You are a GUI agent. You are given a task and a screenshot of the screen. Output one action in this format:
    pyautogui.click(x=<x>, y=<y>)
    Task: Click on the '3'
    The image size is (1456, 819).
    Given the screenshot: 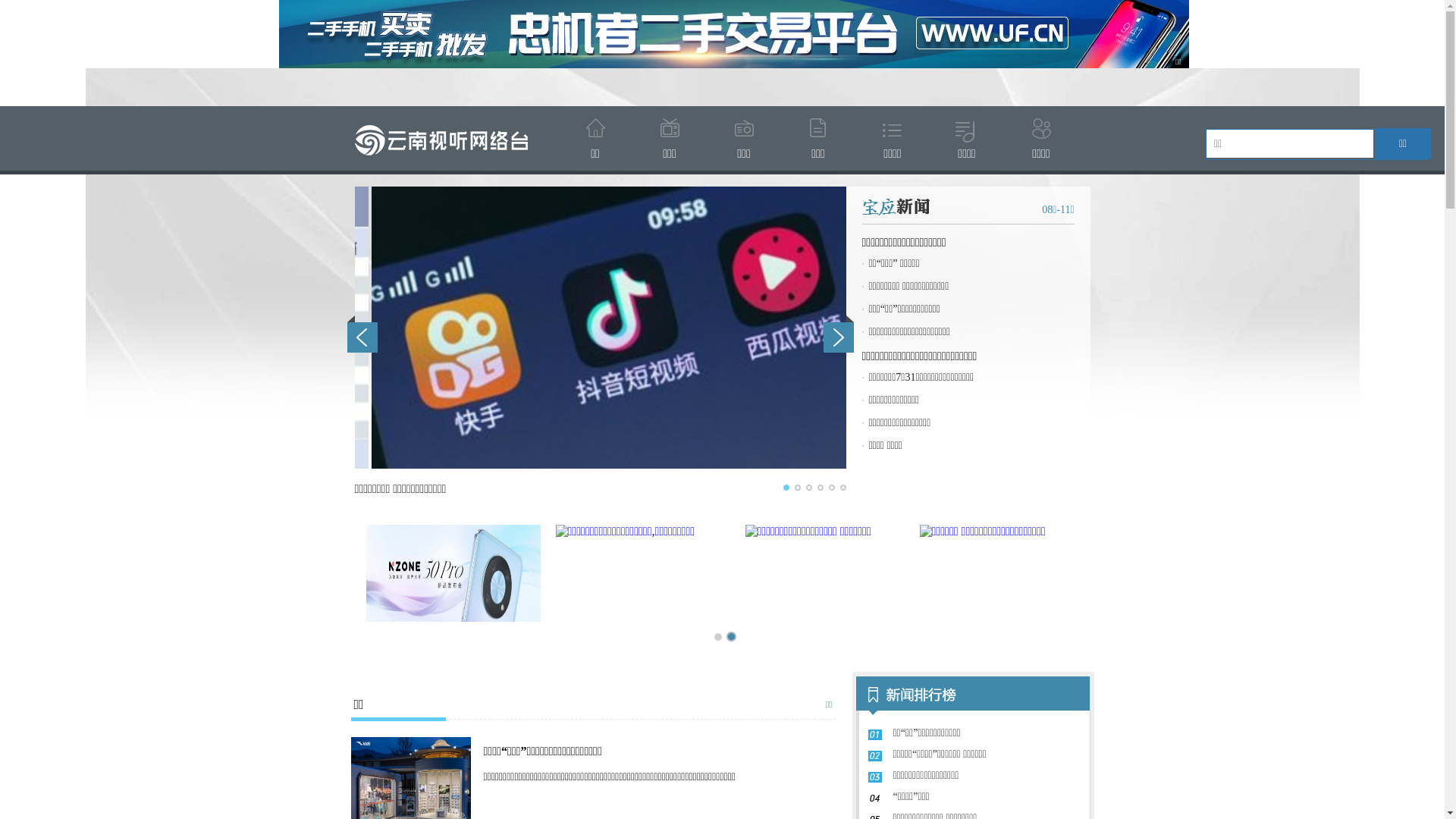 What is the action you would take?
    pyautogui.click(x=804, y=488)
    